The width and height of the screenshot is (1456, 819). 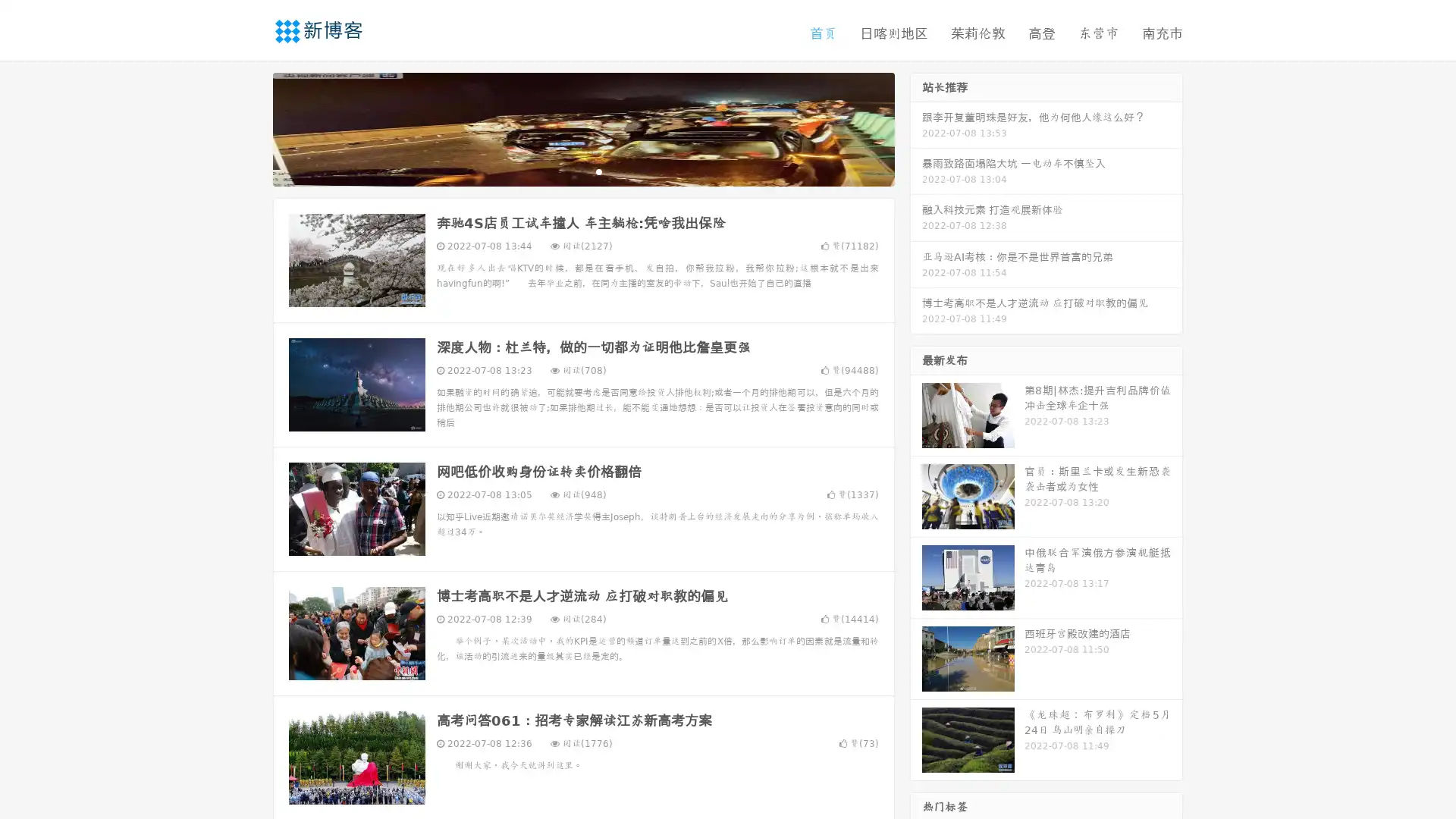 I want to click on Go to slide 2, so click(x=582, y=171).